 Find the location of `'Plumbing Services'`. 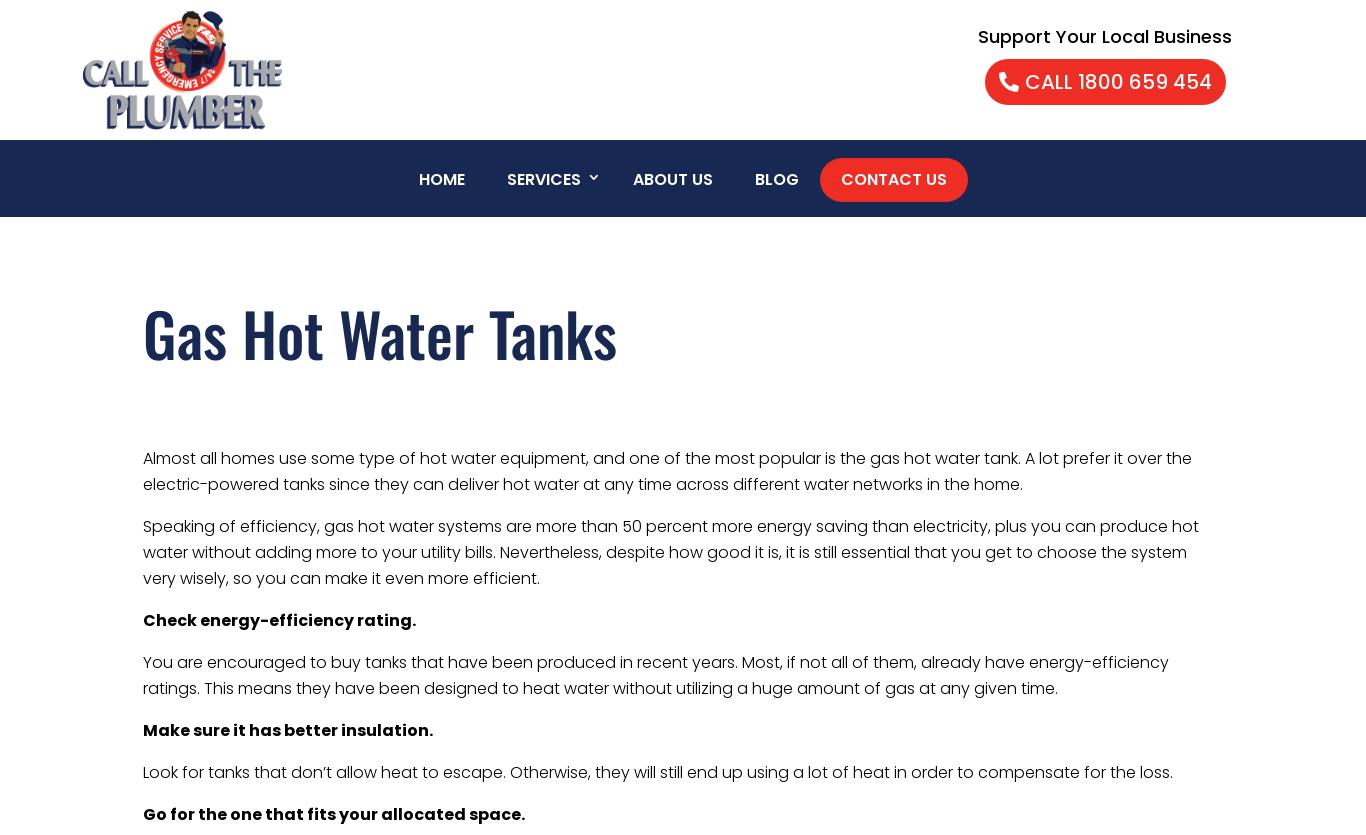

'Plumbing Services' is located at coordinates (596, 243).